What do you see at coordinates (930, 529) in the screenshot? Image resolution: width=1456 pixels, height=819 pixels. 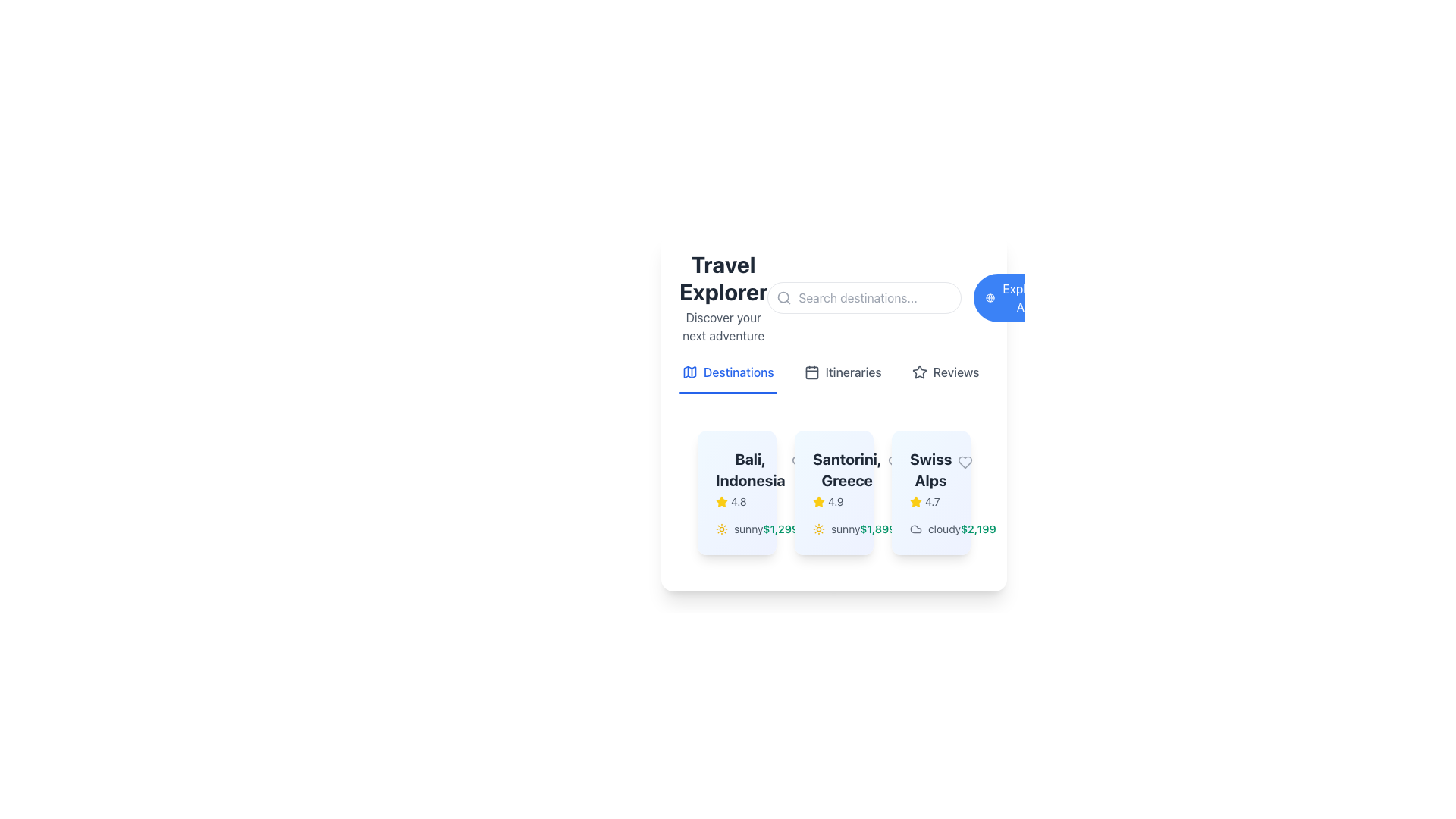 I see `the weather information and cost displayed in the text and icon composite located at the bottom of the 'Swiss Alps' card, which indicates 'cloudy' weather and a price of '$2,199'` at bounding box center [930, 529].